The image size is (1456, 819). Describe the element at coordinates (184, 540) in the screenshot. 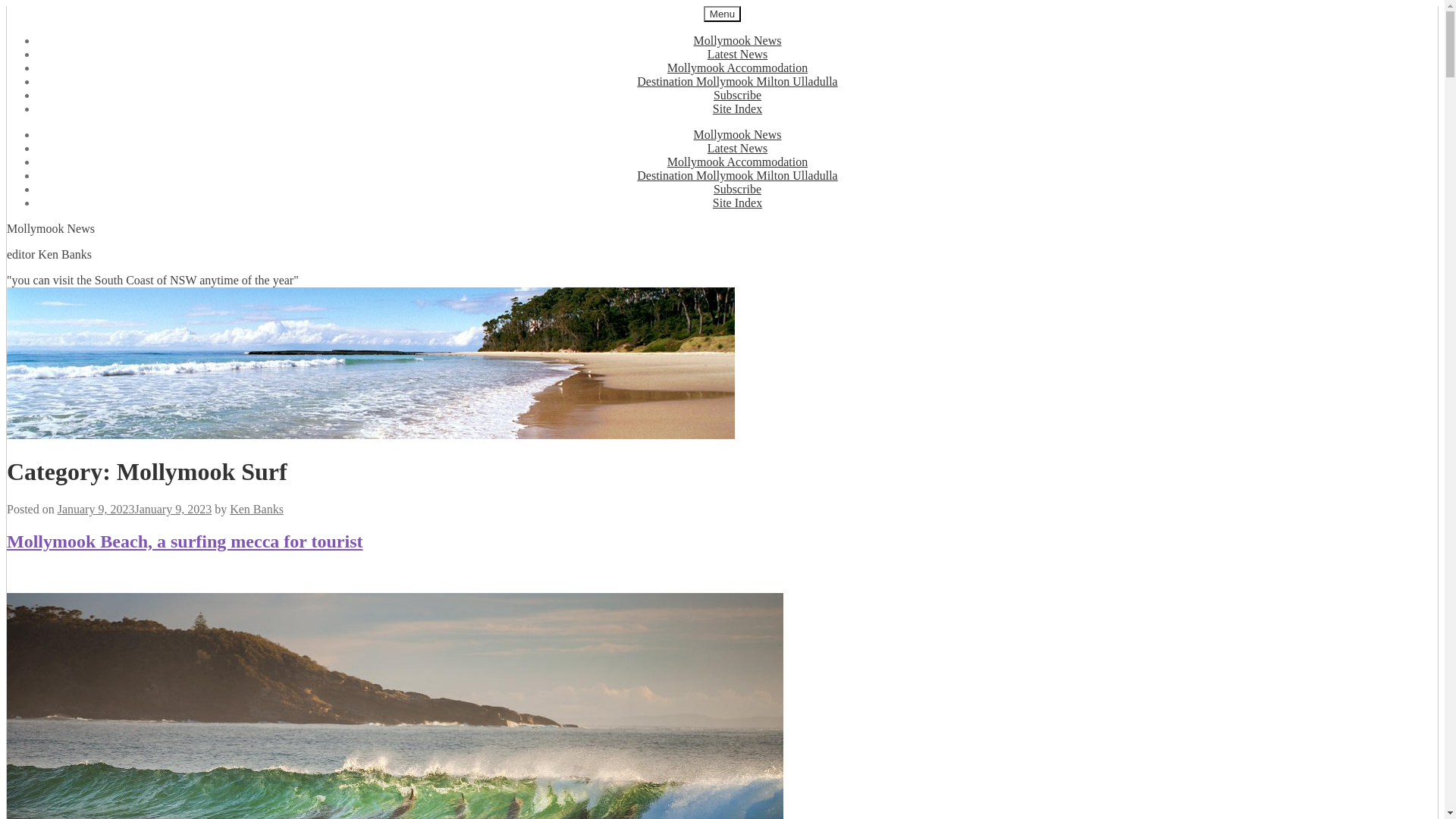

I see `'Mollymook Beach, a surfing mecca for tourist'` at that location.